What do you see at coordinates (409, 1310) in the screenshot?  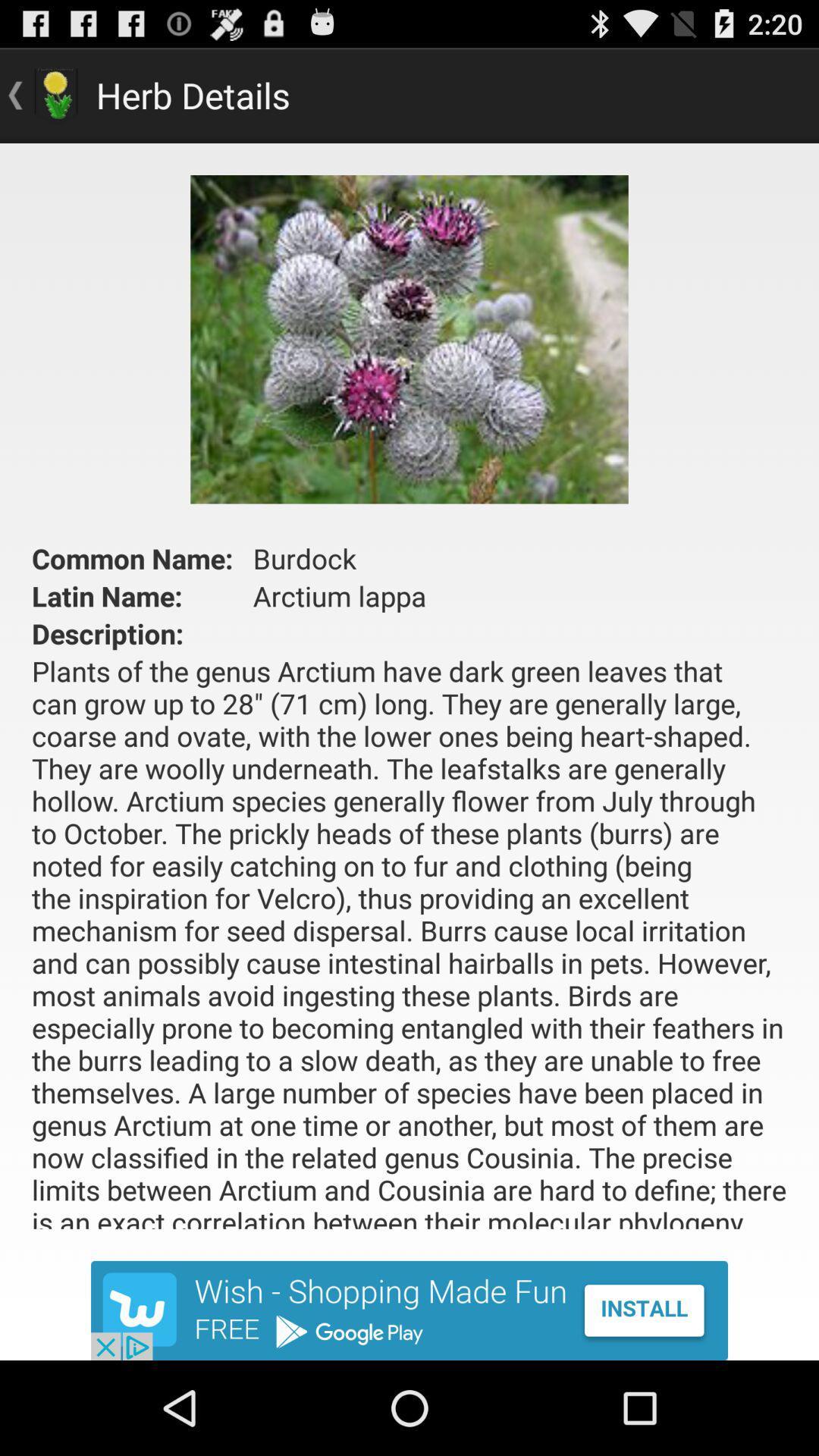 I see `install app` at bounding box center [409, 1310].